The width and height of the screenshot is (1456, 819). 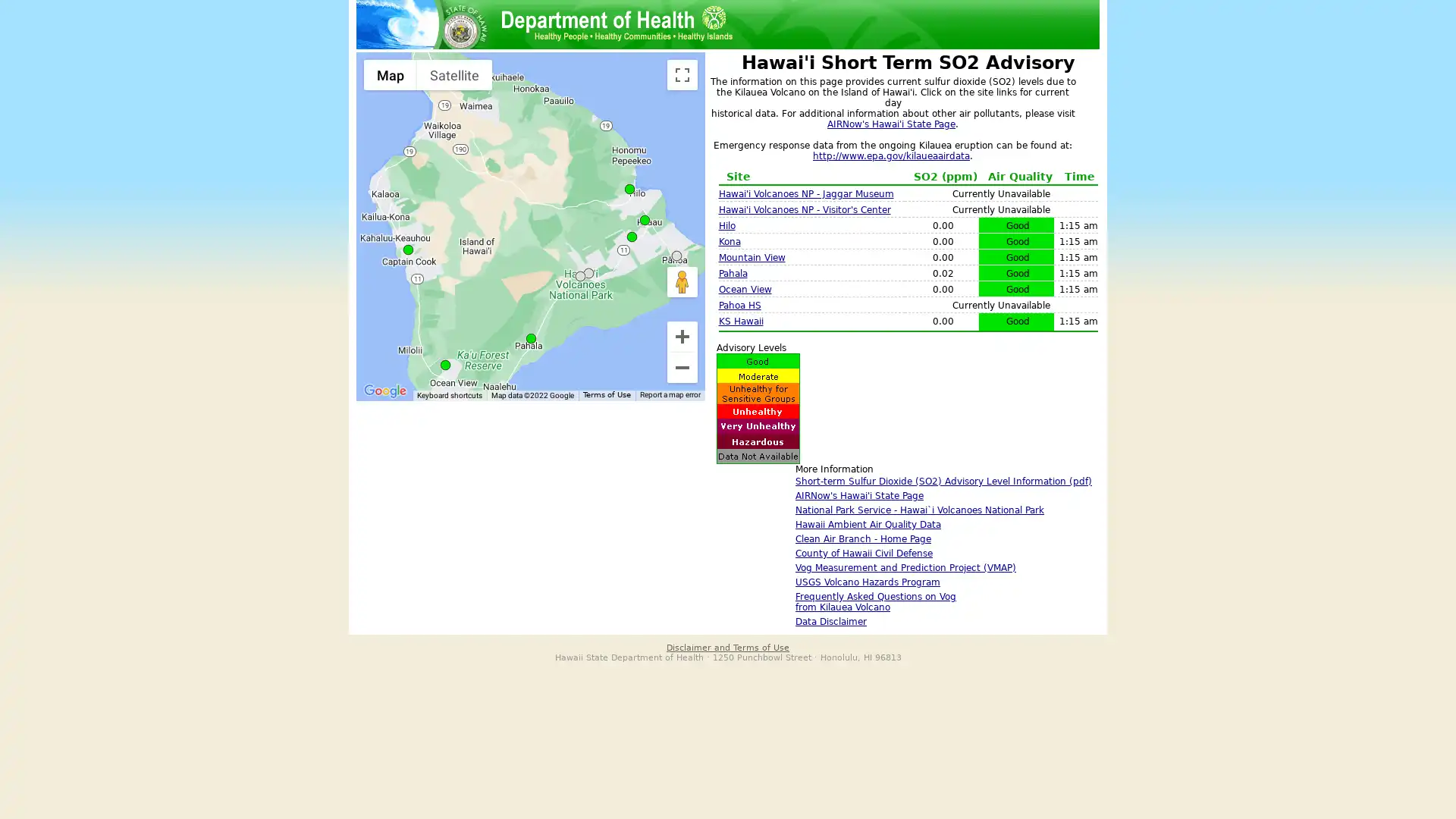 I want to click on Hawaii Volcanoes NP - Visitor's Center: No Data, so click(x=588, y=273).